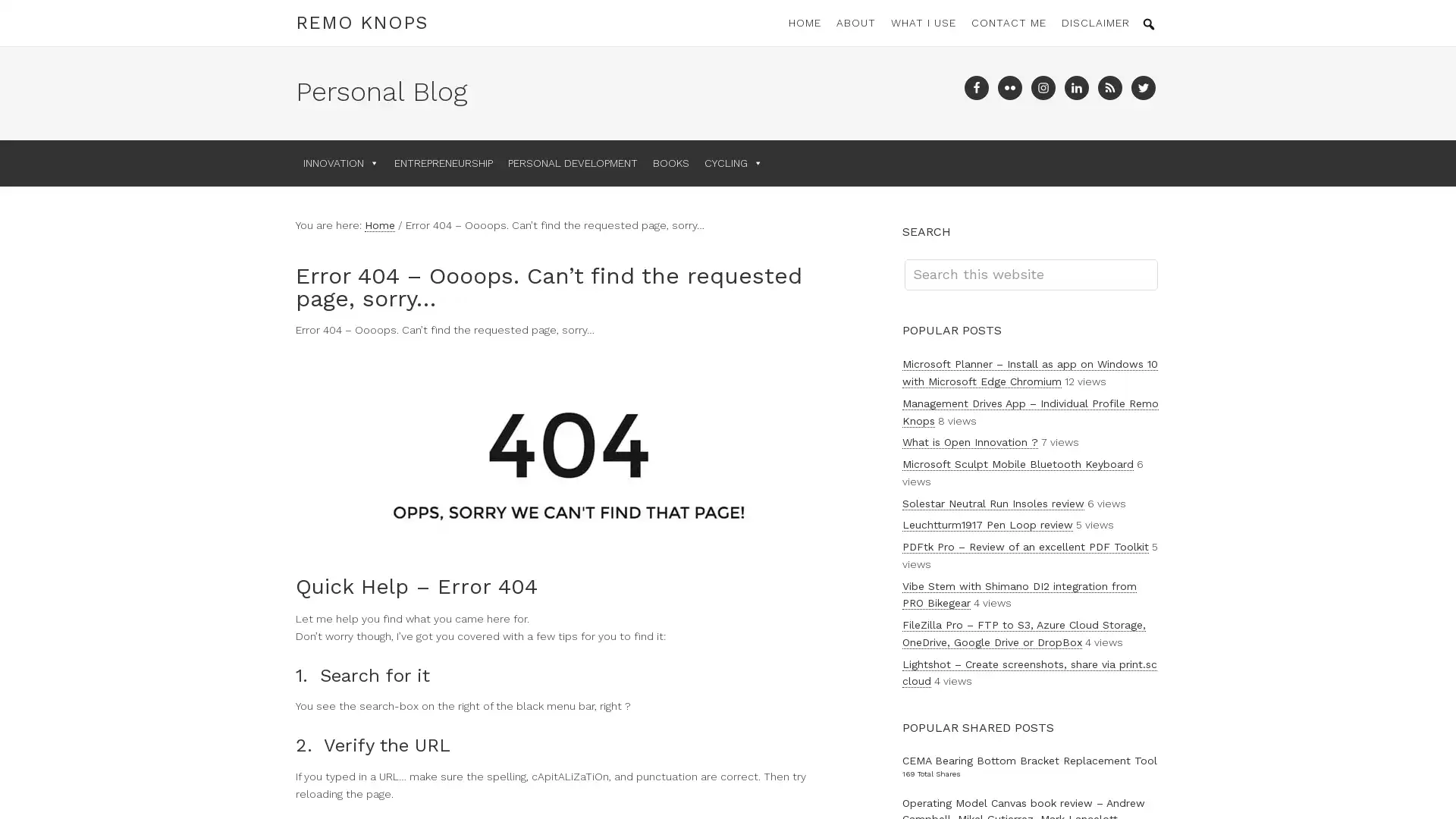 This screenshot has height=819, width=1456. What do you see at coordinates (1156, 258) in the screenshot?
I see `Search` at bounding box center [1156, 258].